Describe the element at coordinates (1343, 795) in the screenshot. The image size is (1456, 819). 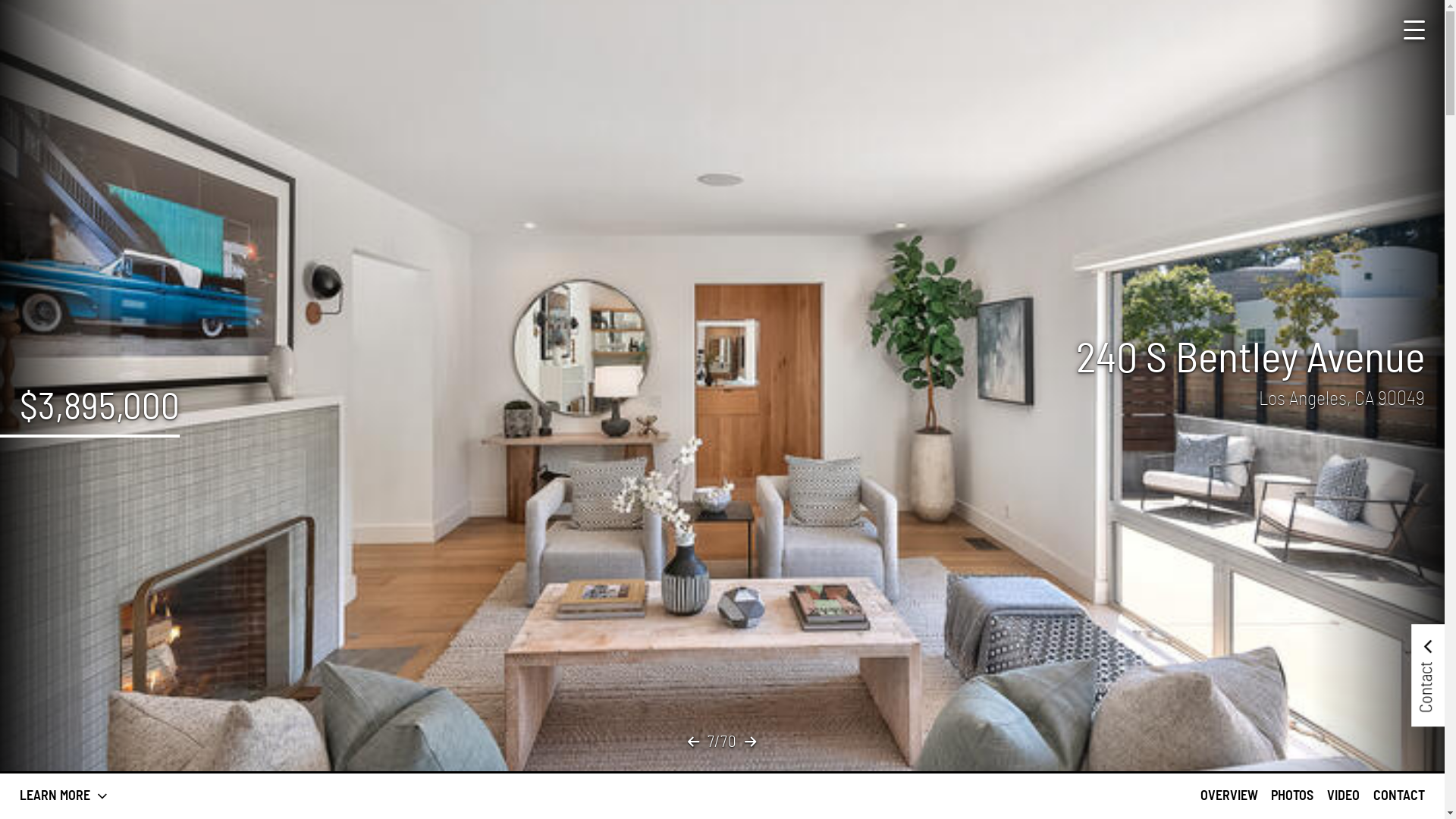
I see `'VIDEO'` at that location.